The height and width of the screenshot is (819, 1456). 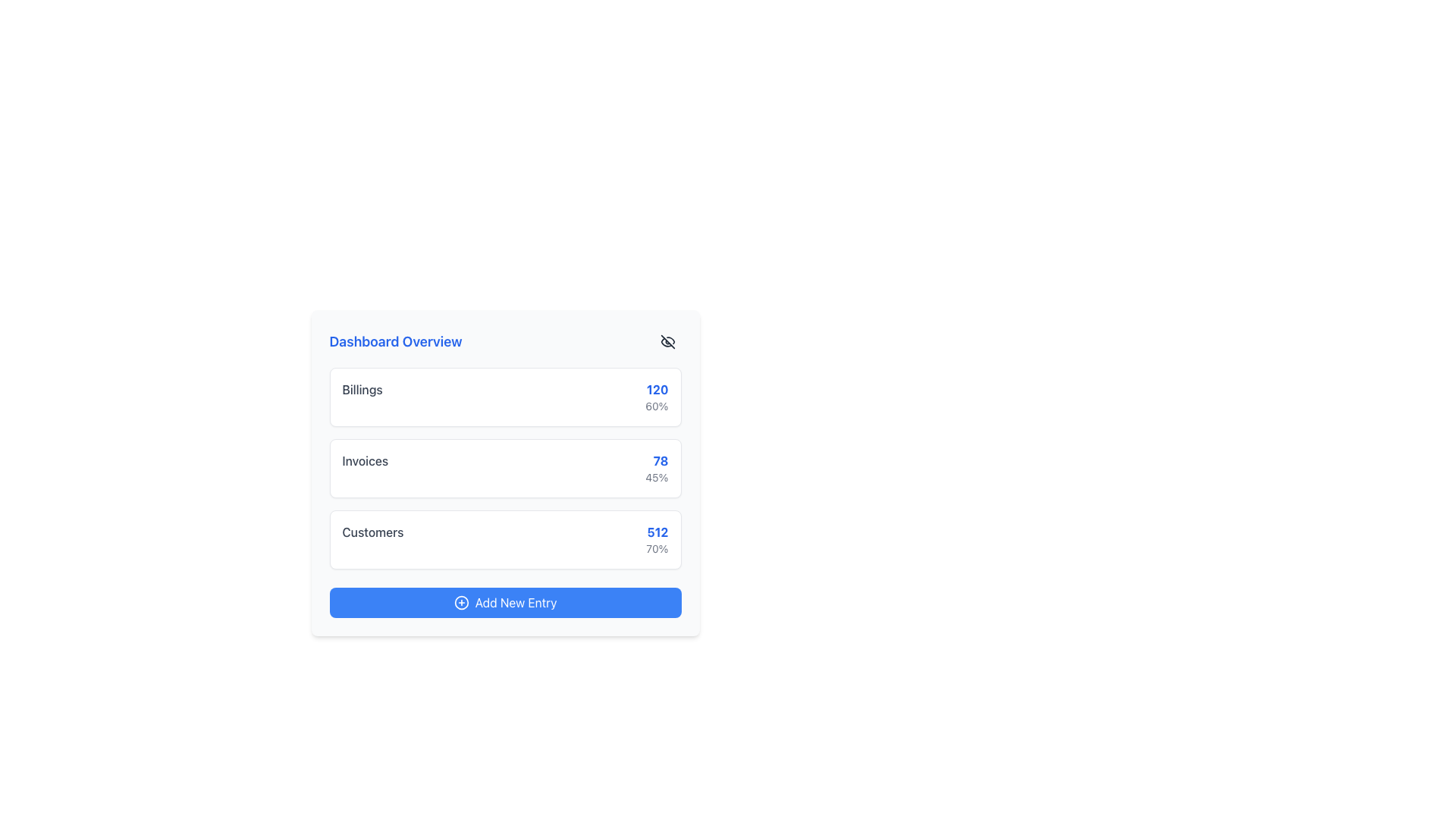 I want to click on the eye icon with a slash across it located at the top-right corner of the Dashboard Overview section, so click(x=667, y=342).